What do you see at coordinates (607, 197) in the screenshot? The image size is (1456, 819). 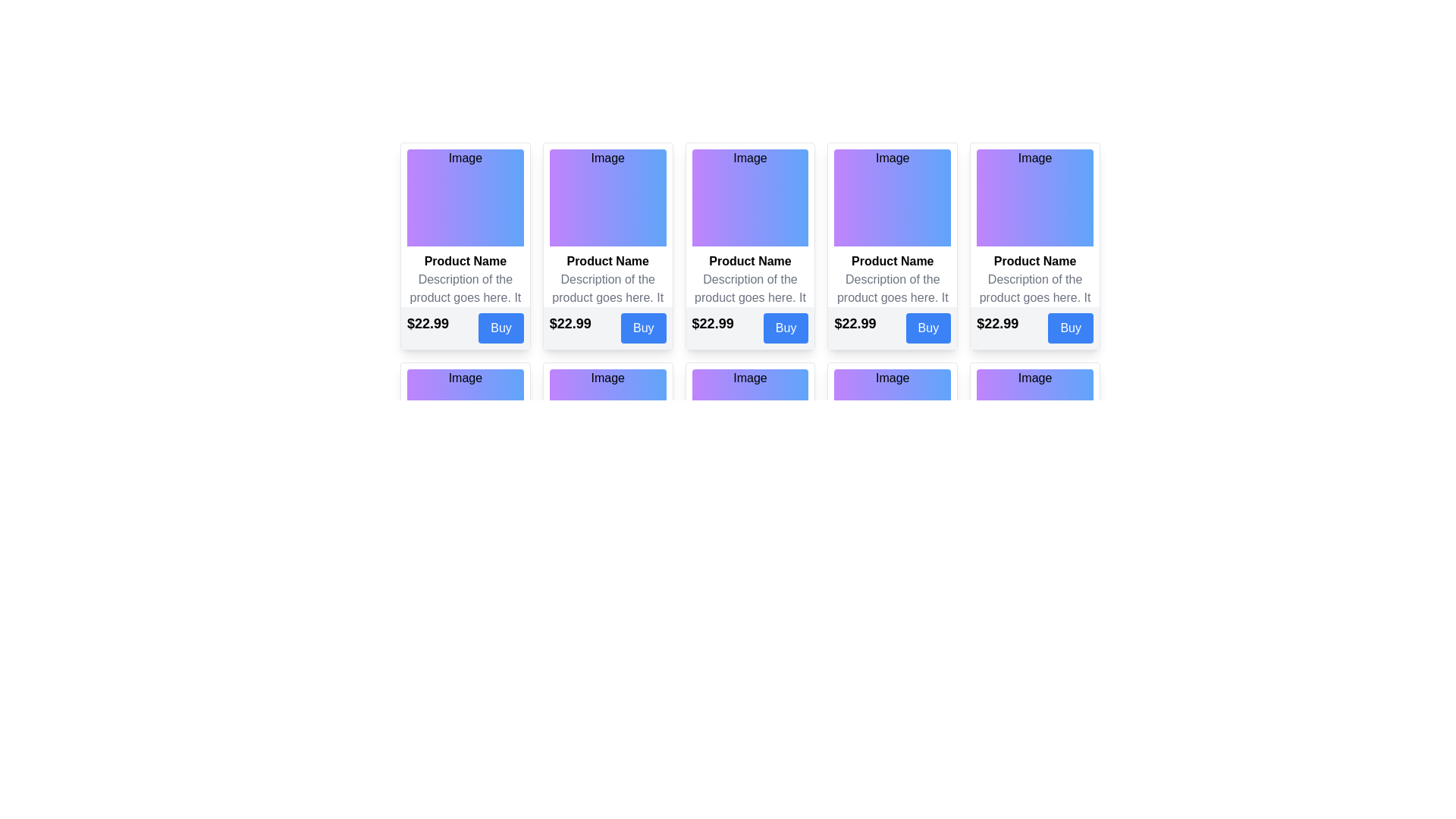 I see `image placeholder element, which is a rectangular shape with a gradient background transitioning from purple to blue, containing the word 'Image' centered at the top` at bounding box center [607, 197].